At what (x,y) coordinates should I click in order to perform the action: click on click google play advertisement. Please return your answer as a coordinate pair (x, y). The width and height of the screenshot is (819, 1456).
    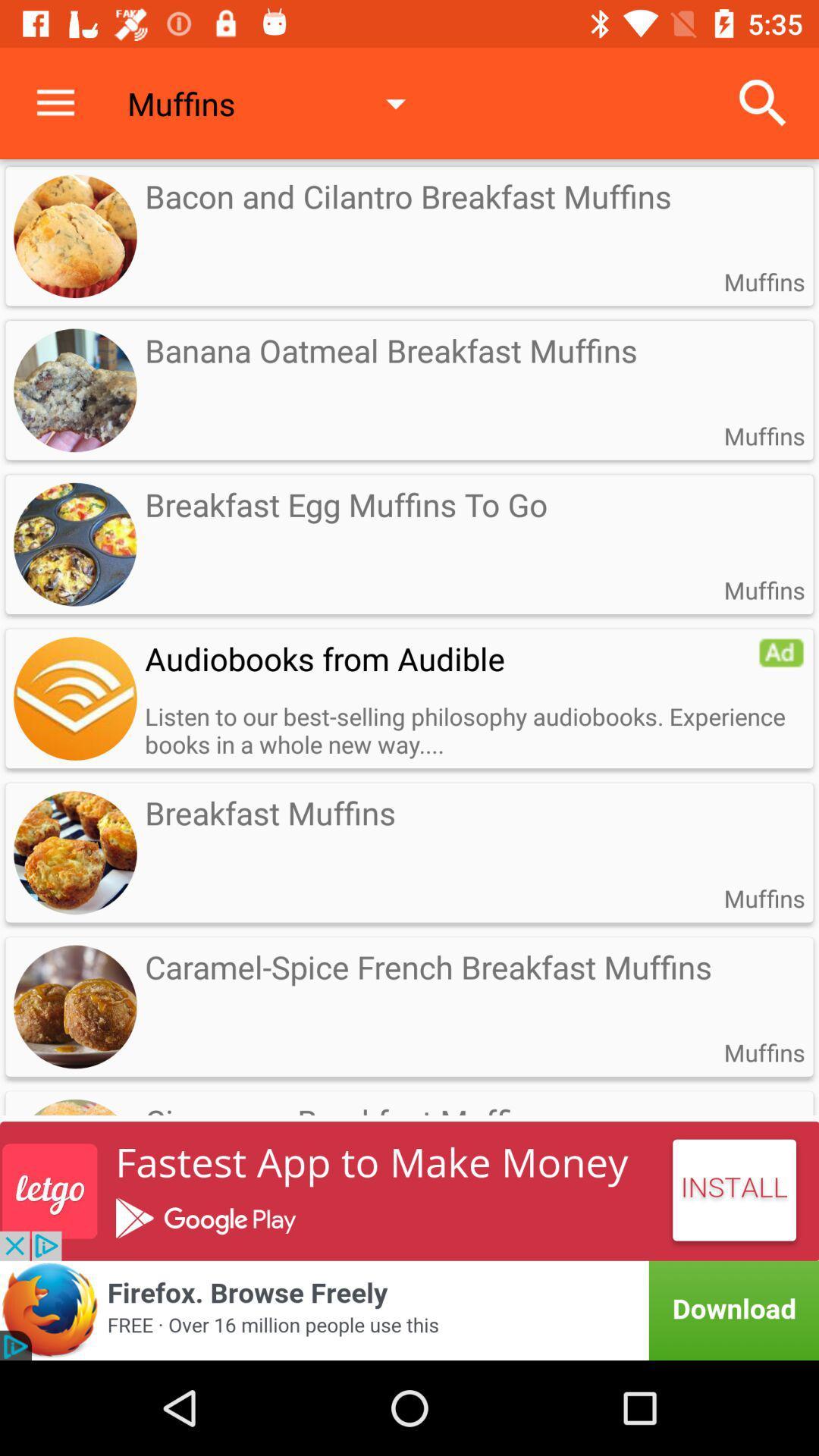
    Looking at the image, I should click on (409, 1190).